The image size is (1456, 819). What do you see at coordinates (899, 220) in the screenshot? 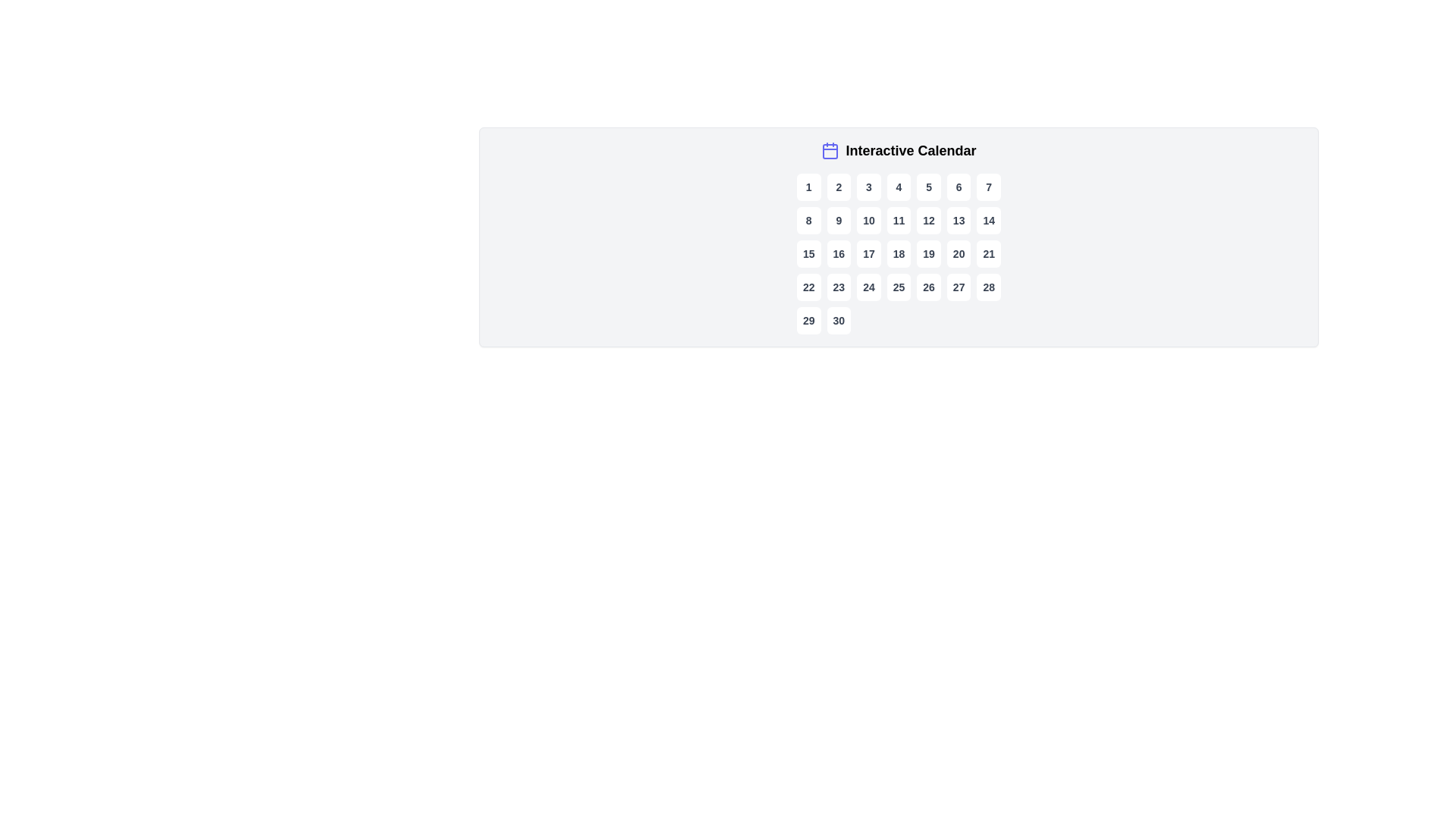
I see `the button representing the eleventh day in the calendar view` at bounding box center [899, 220].